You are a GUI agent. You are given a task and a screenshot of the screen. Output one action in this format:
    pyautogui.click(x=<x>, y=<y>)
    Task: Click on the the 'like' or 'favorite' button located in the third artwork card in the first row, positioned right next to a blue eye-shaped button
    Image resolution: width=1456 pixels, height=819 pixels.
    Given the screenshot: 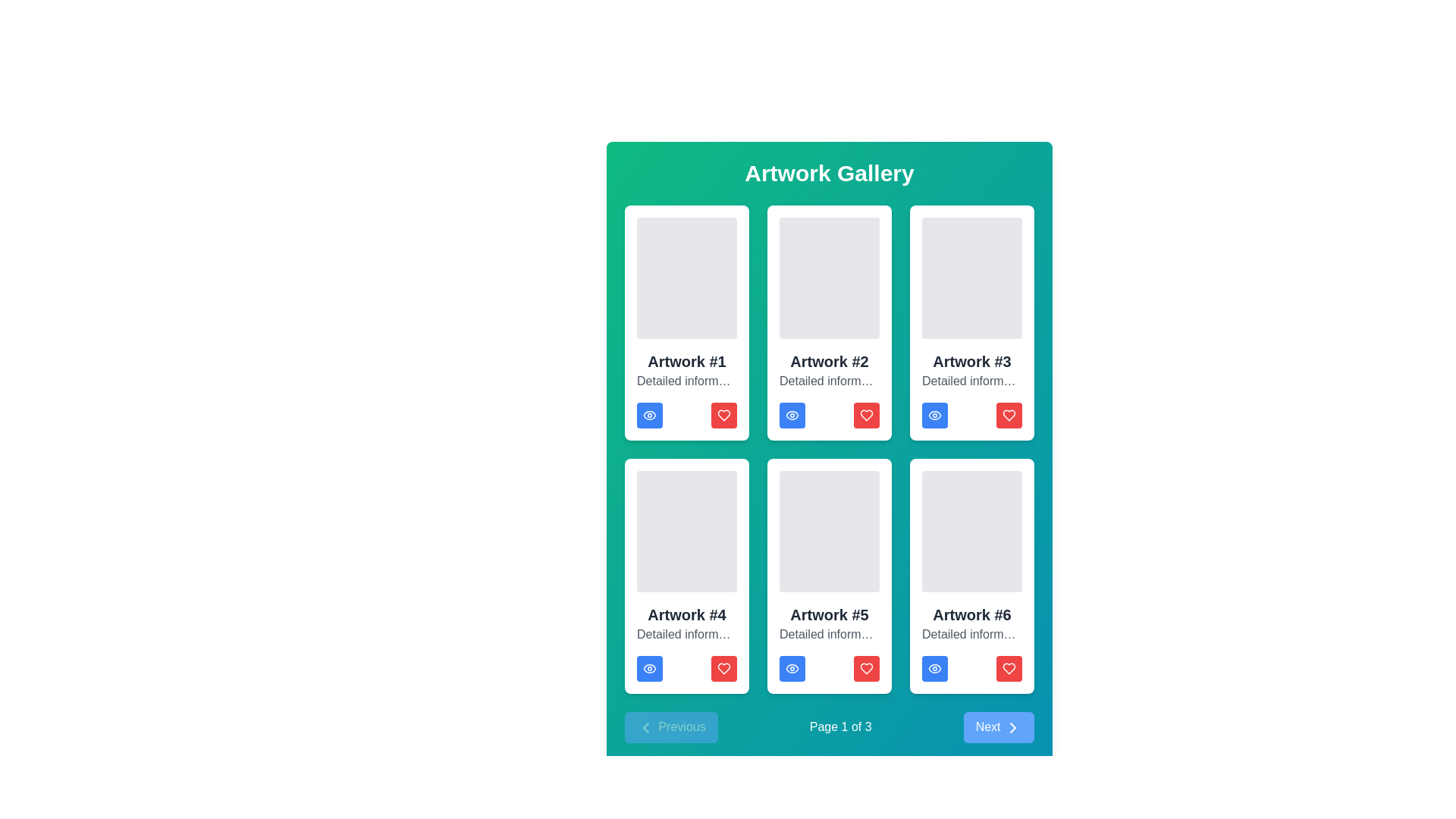 What is the action you would take?
    pyautogui.click(x=1009, y=415)
    